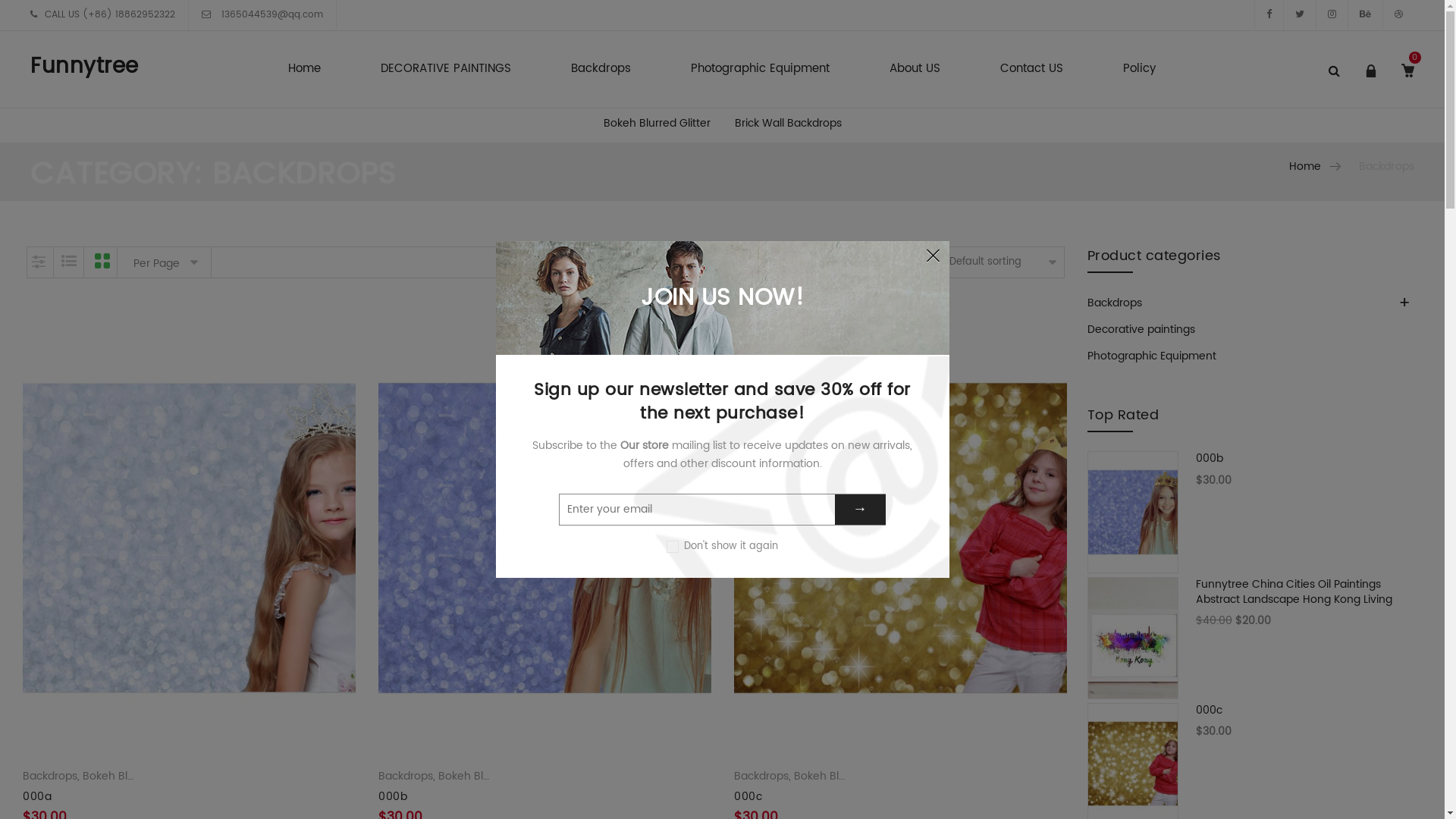 Image resolution: width=1456 pixels, height=819 pixels. I want to click on 'About US', so click(914, 70).